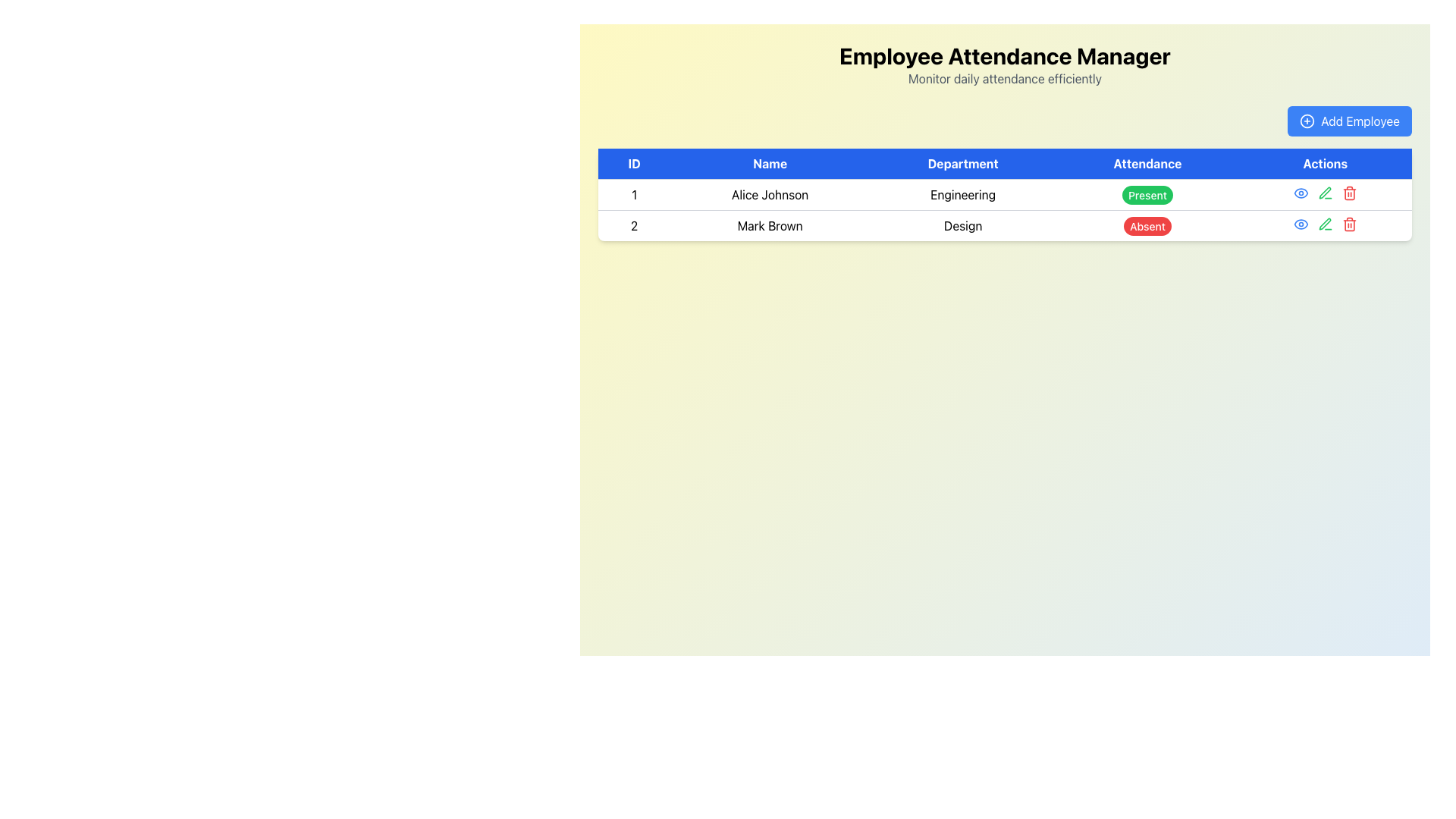 This screenshot has height=819, width=1456. Describe the element at coordinates (962, 194) in the screenshot. I see `the text label displaying the department name for employee 'Alice Johnson', located in the third column of the first row under the 'Department' header` at that location.